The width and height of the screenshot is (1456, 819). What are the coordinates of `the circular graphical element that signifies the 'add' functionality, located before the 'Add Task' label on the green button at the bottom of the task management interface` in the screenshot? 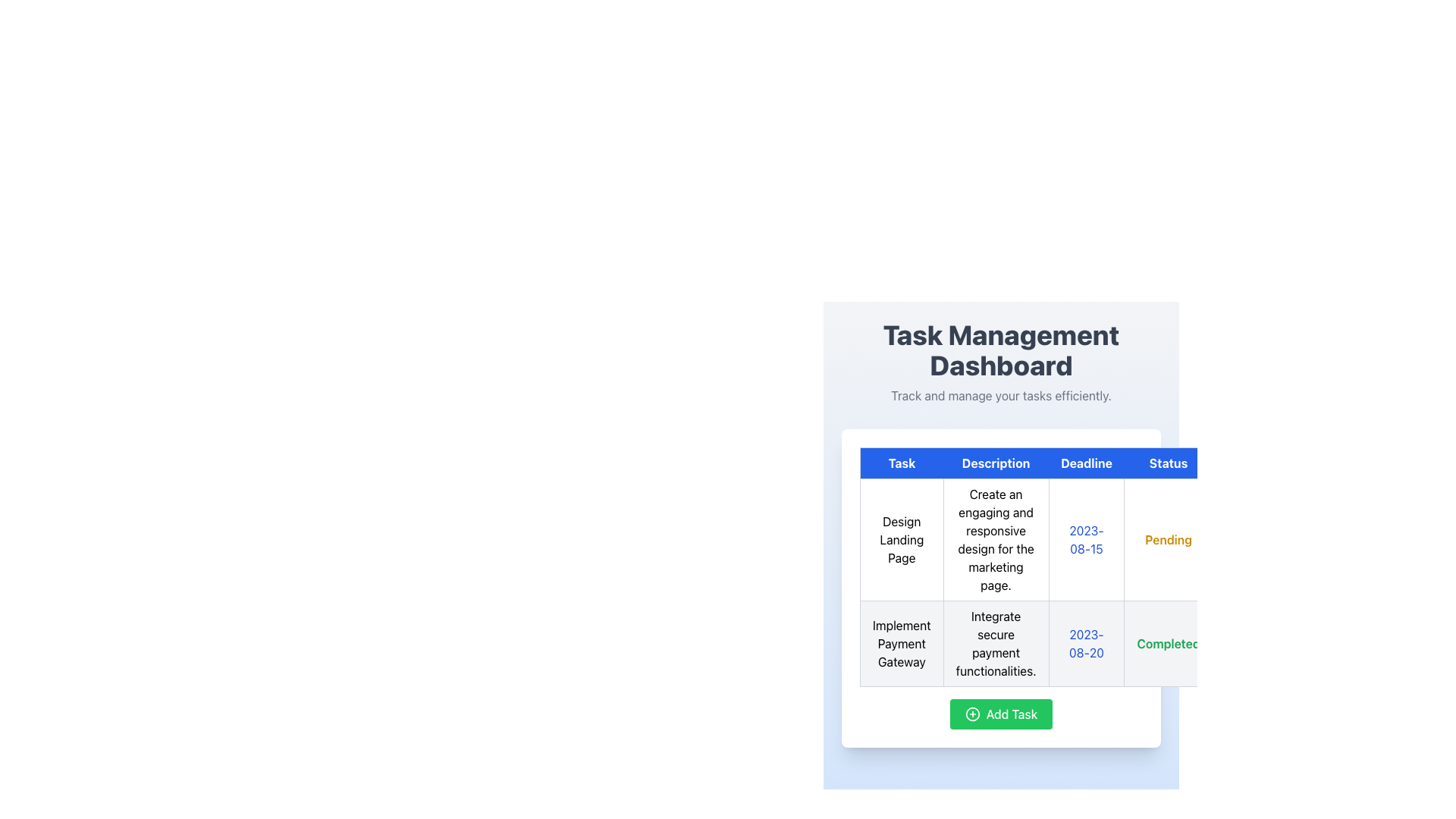 It's located at (972, 714).